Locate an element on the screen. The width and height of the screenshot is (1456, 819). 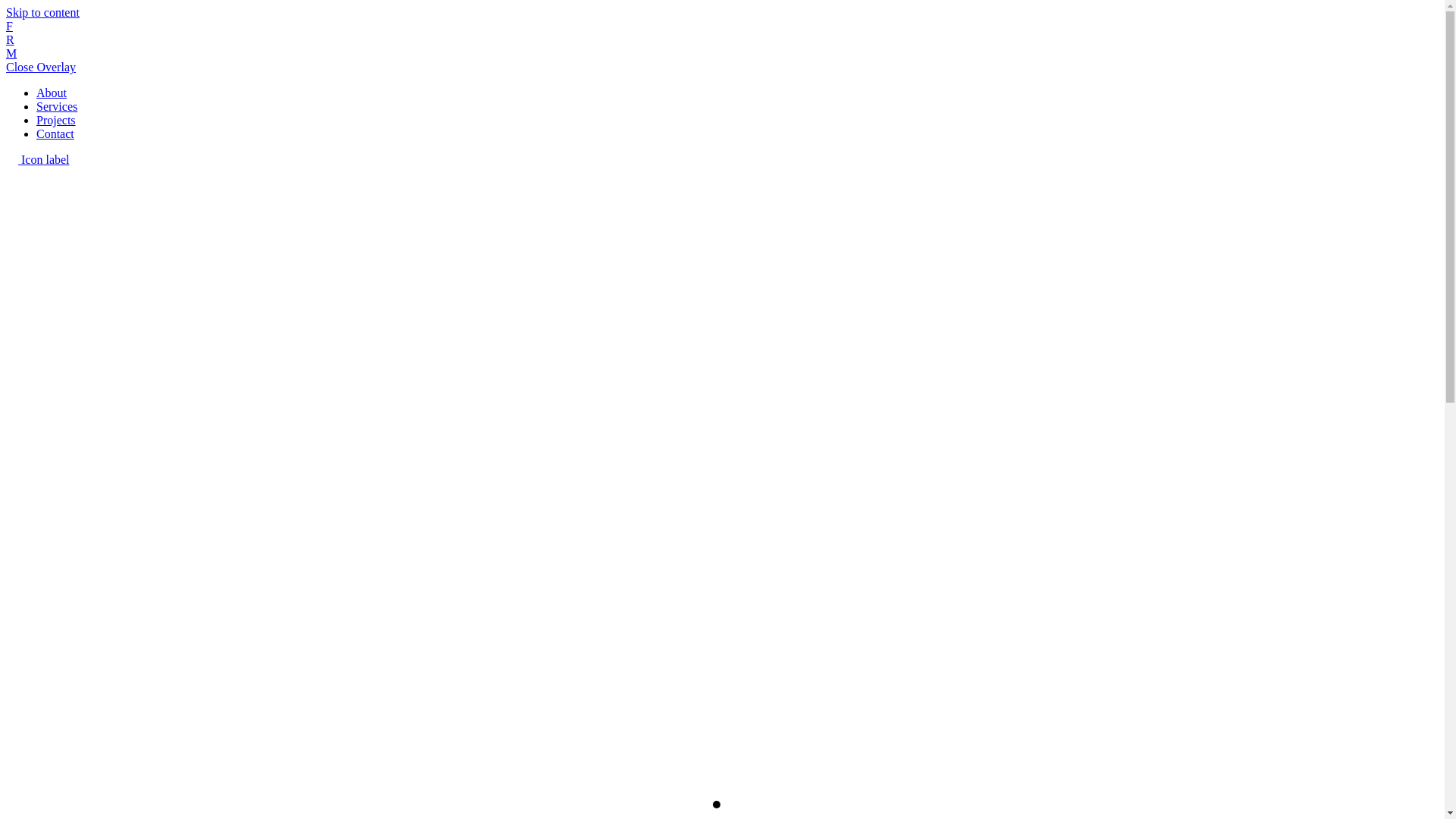
'Close Overlay' is located at coordinates (40, 66).